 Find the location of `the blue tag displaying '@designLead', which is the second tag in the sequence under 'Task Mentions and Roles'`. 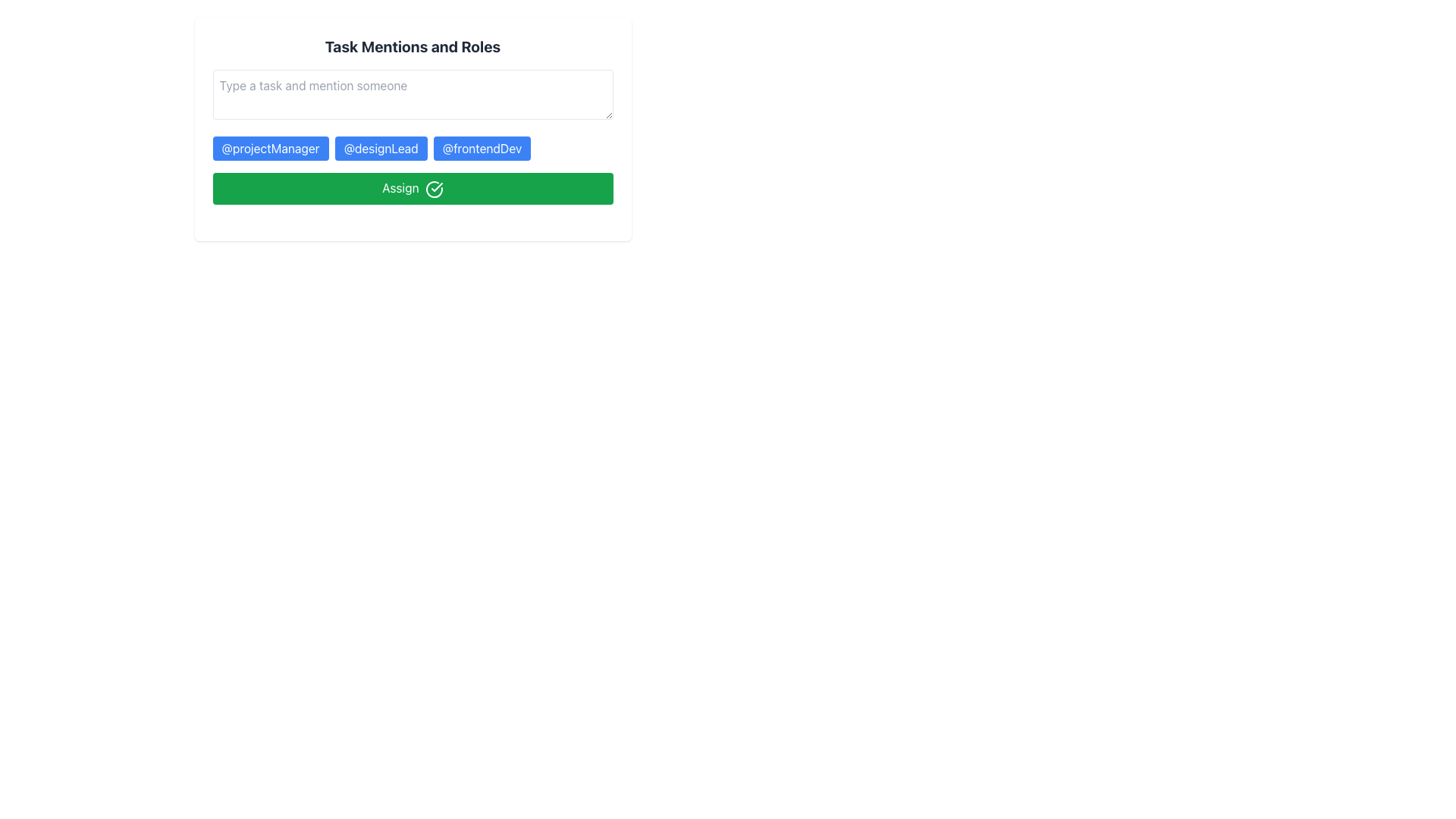

the blue tag displaying '@designLead', which is the second tag in the sequence under 'Task Mentions and Roles' is located at coordinates (413, 149).